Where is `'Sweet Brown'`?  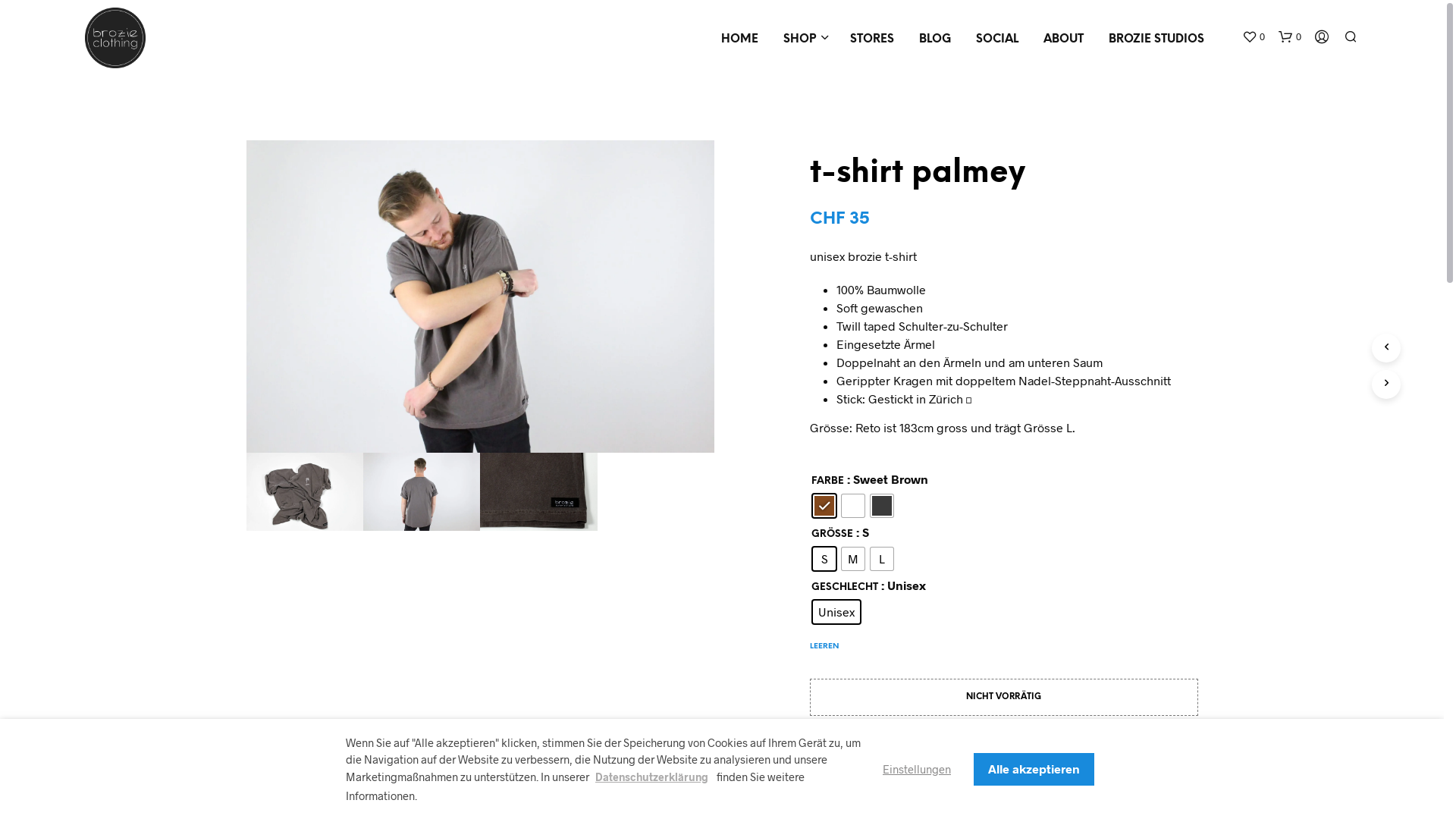
'Sweet Brown' is located at coordinates (823, 506).